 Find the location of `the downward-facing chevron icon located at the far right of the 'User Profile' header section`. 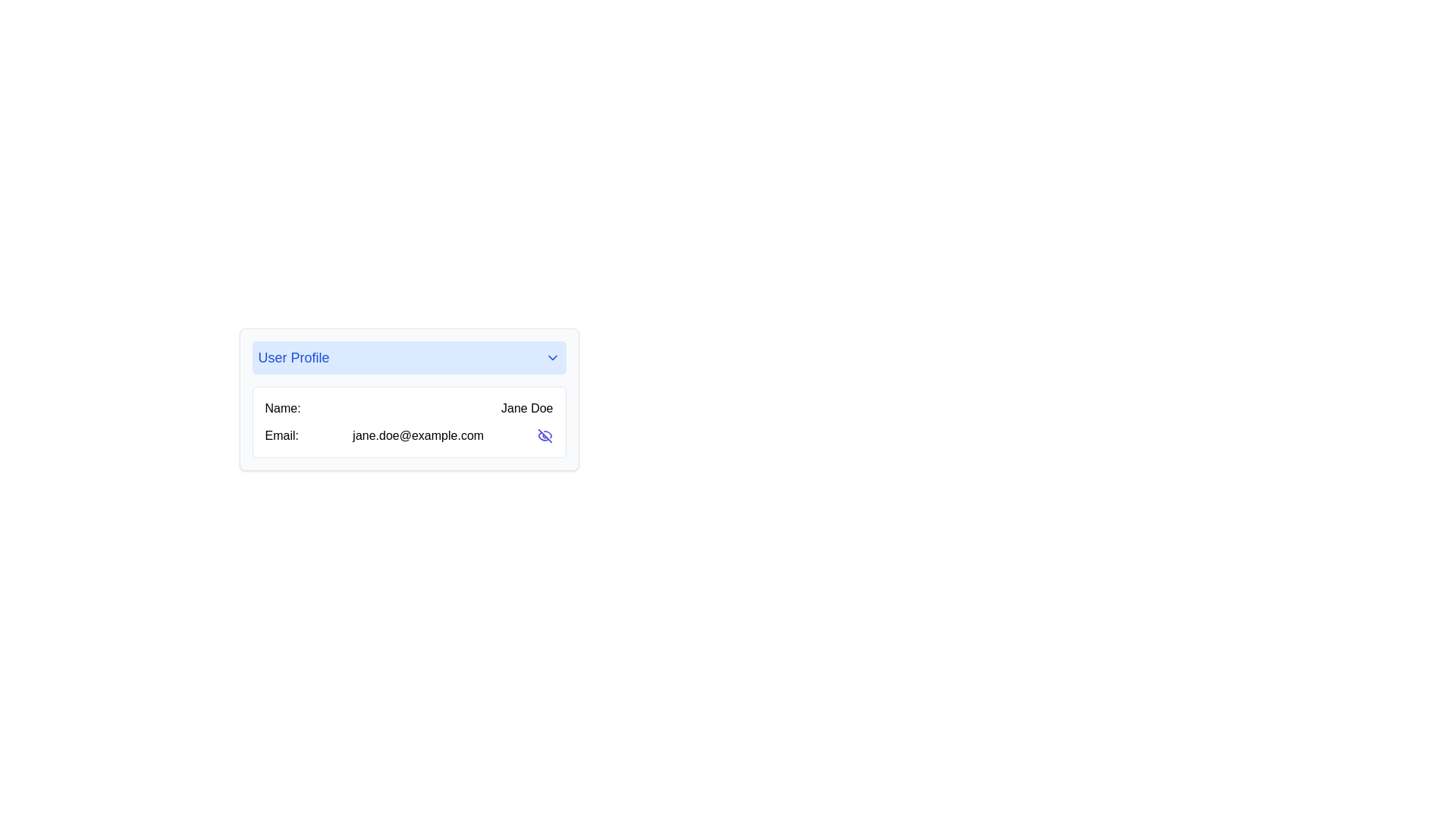

the downward-facing chevron icon located at the far right of the 'User Profile' header section is located at coordinates (551, 357).